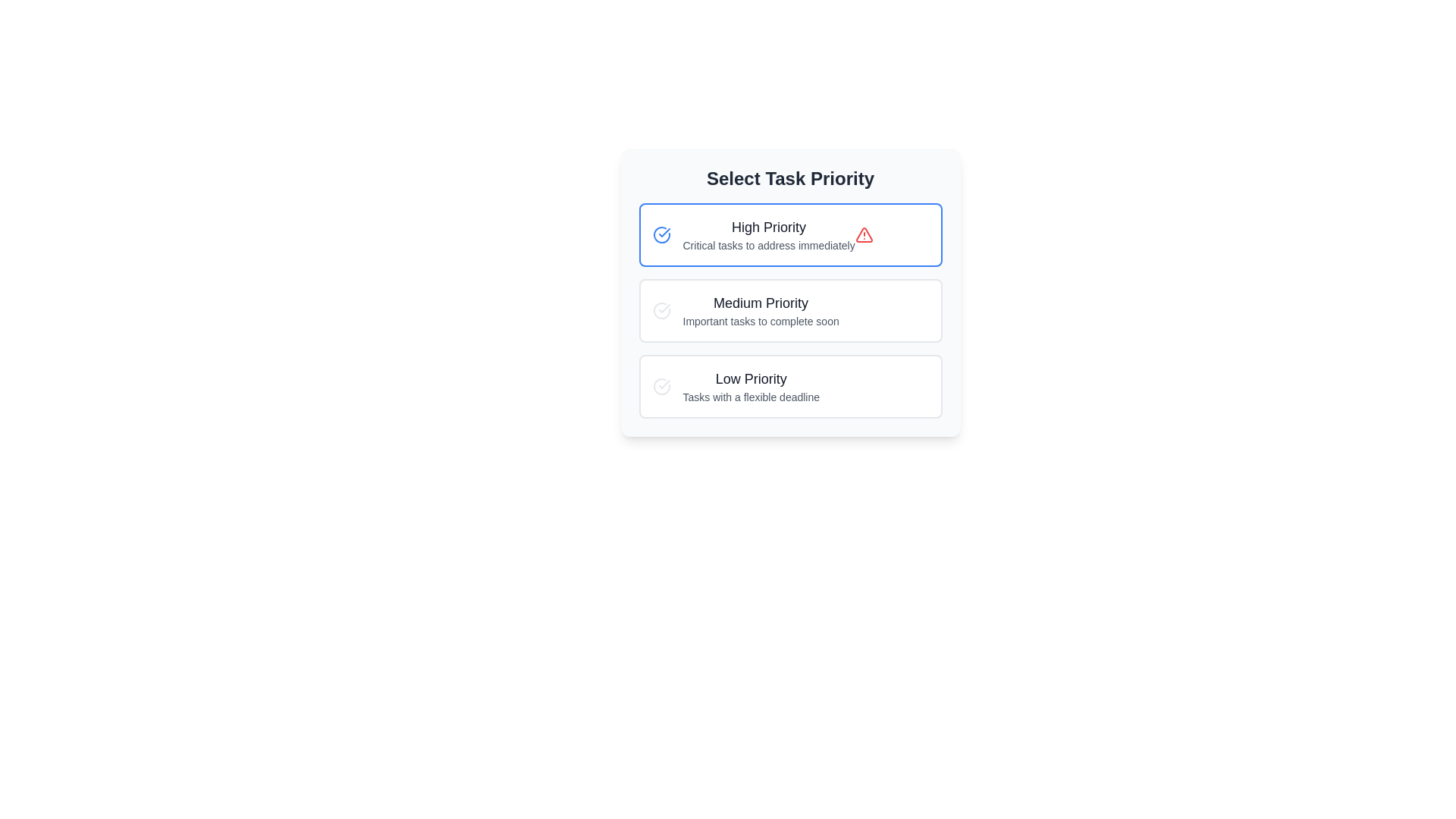 This screenshot has height=819, width=1456. I want to click on the checkmark icon within the high priority selection icon, which signifies completion or verification, located to the left of the 'High Priority' label in the 'Select Task Priority' section, so click(664, 233).